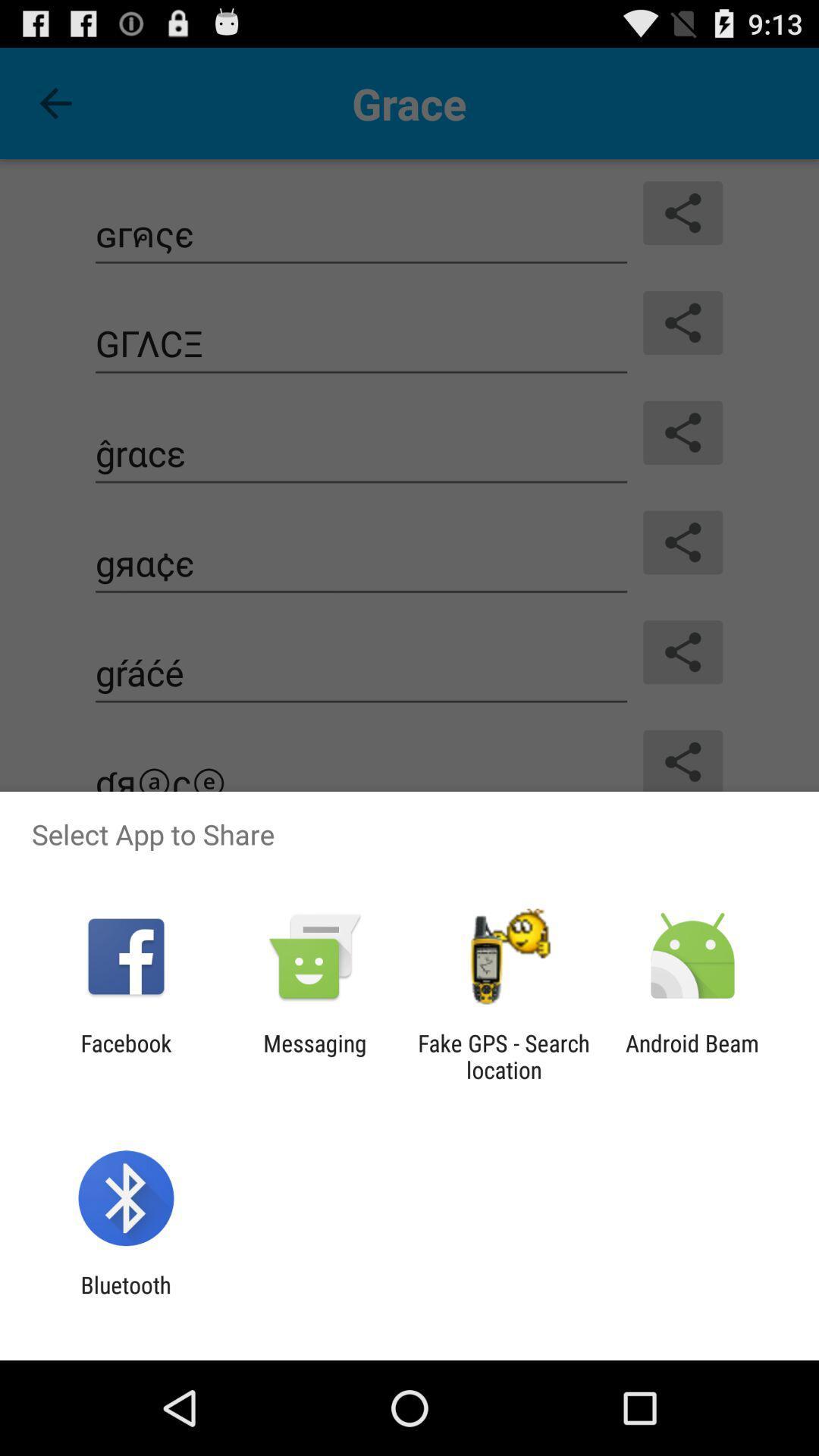  What do you see at coordinates (692, 1056) in the screenshot?
I see `icon at the bottom right corner` at bounding box center [692, 1056].